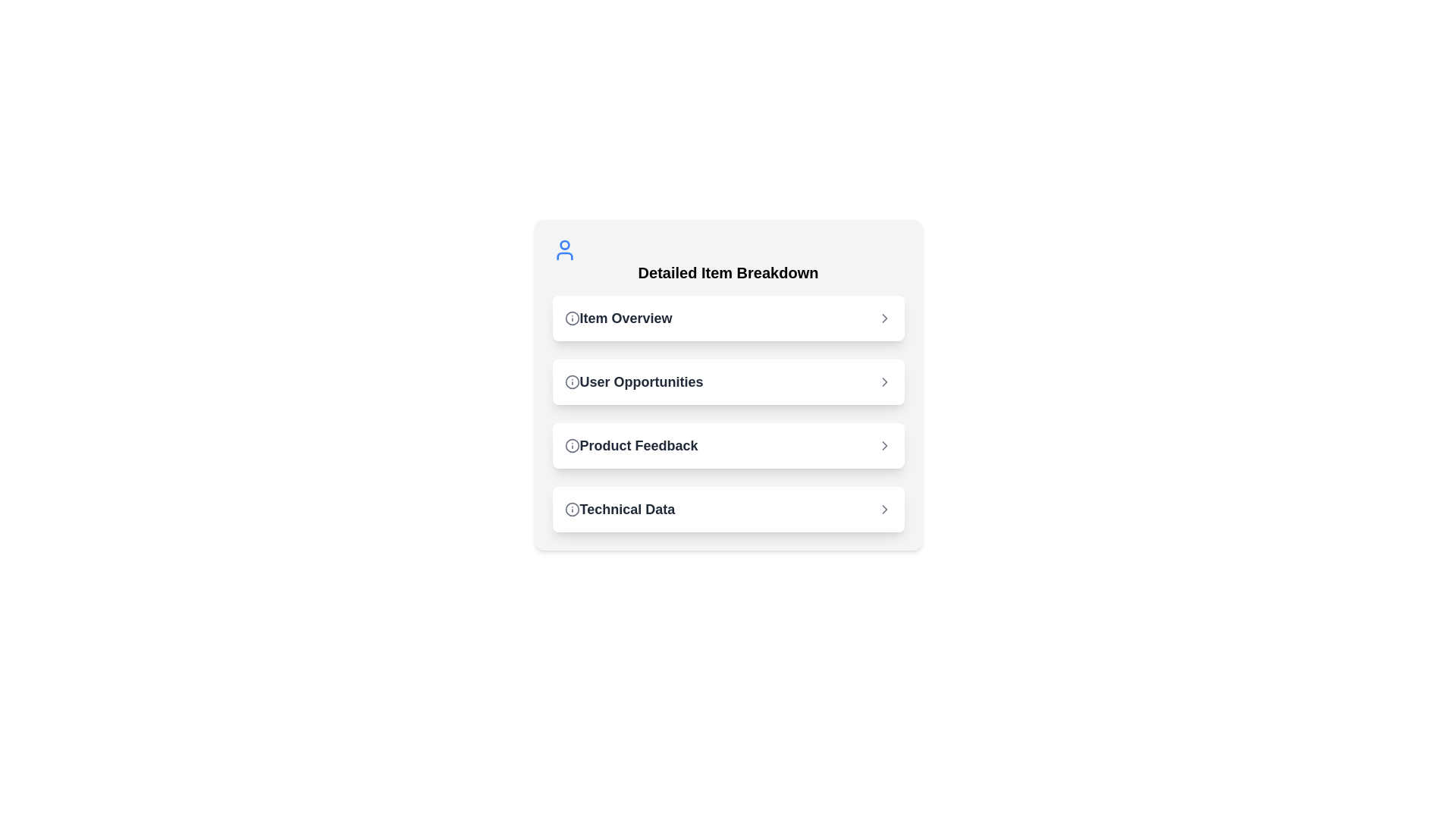  Describe the element at coordinates (728, 444) in the screenshot. I see `the interactive list item labeled 'Product Feedback'` at that location.